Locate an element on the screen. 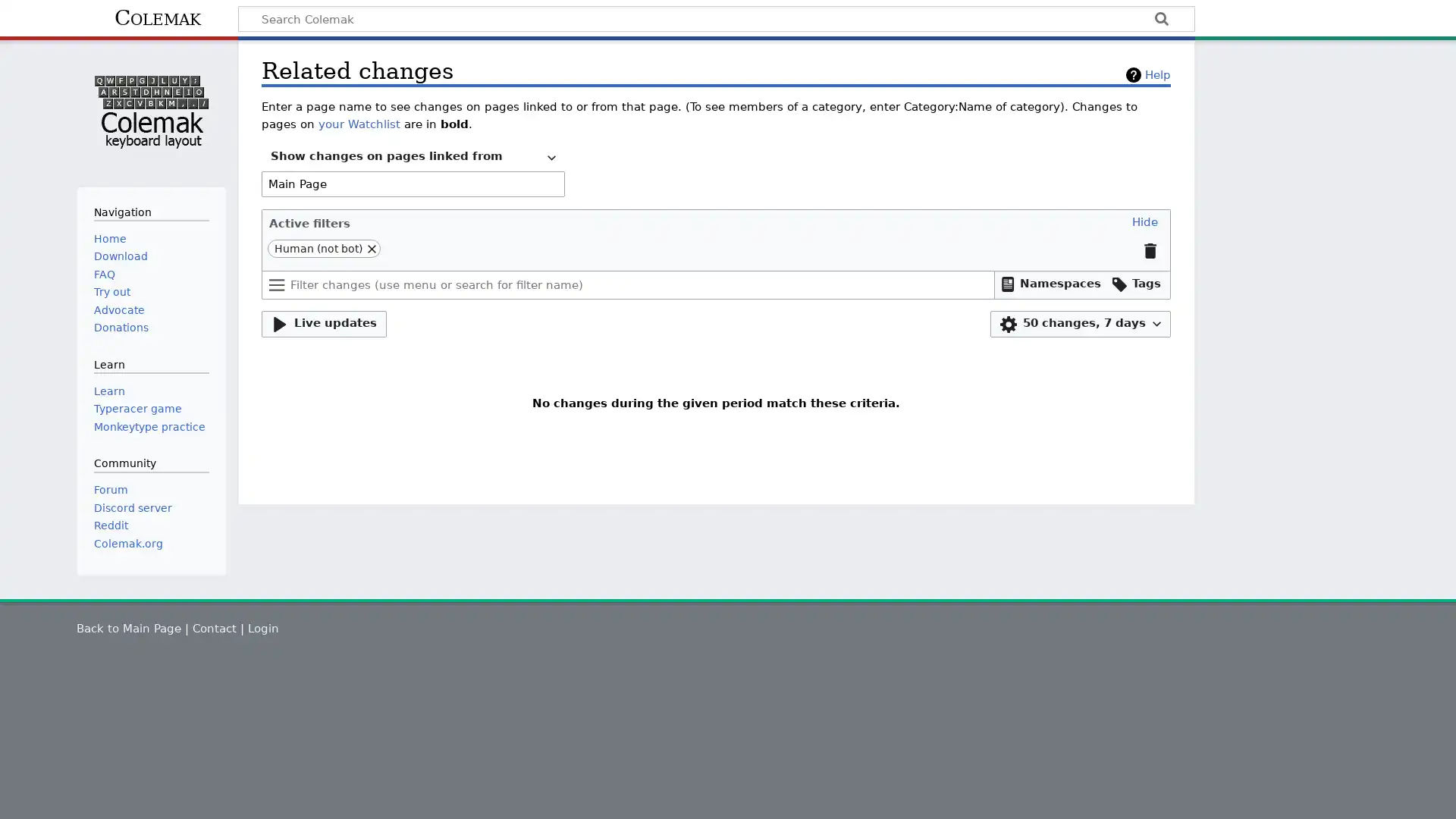 The height and width of the screenshot is (819, 1456). Hide is located at coordinates (1145, 222).